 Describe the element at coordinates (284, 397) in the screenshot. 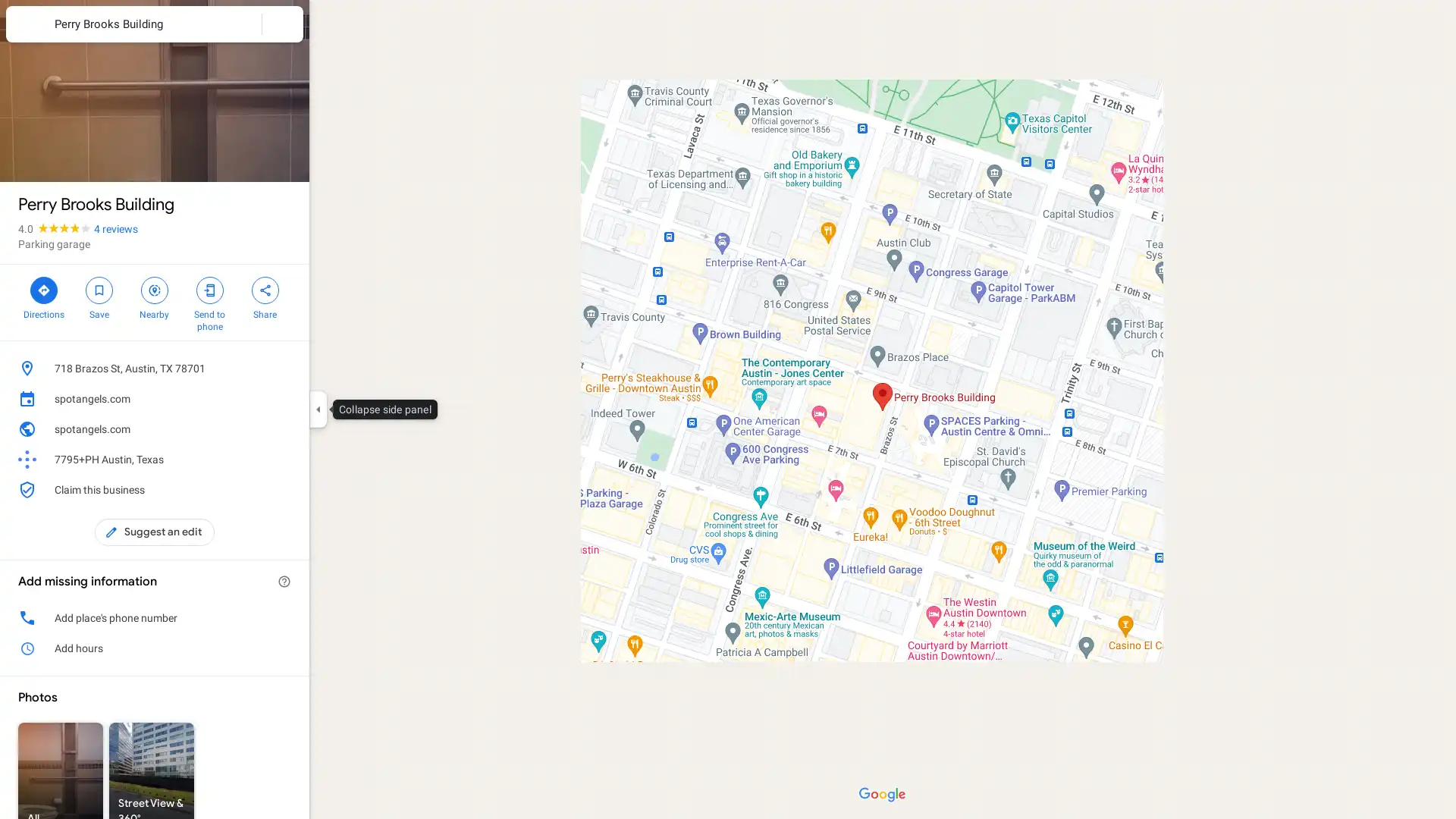

I see `Open booking link` at that location.